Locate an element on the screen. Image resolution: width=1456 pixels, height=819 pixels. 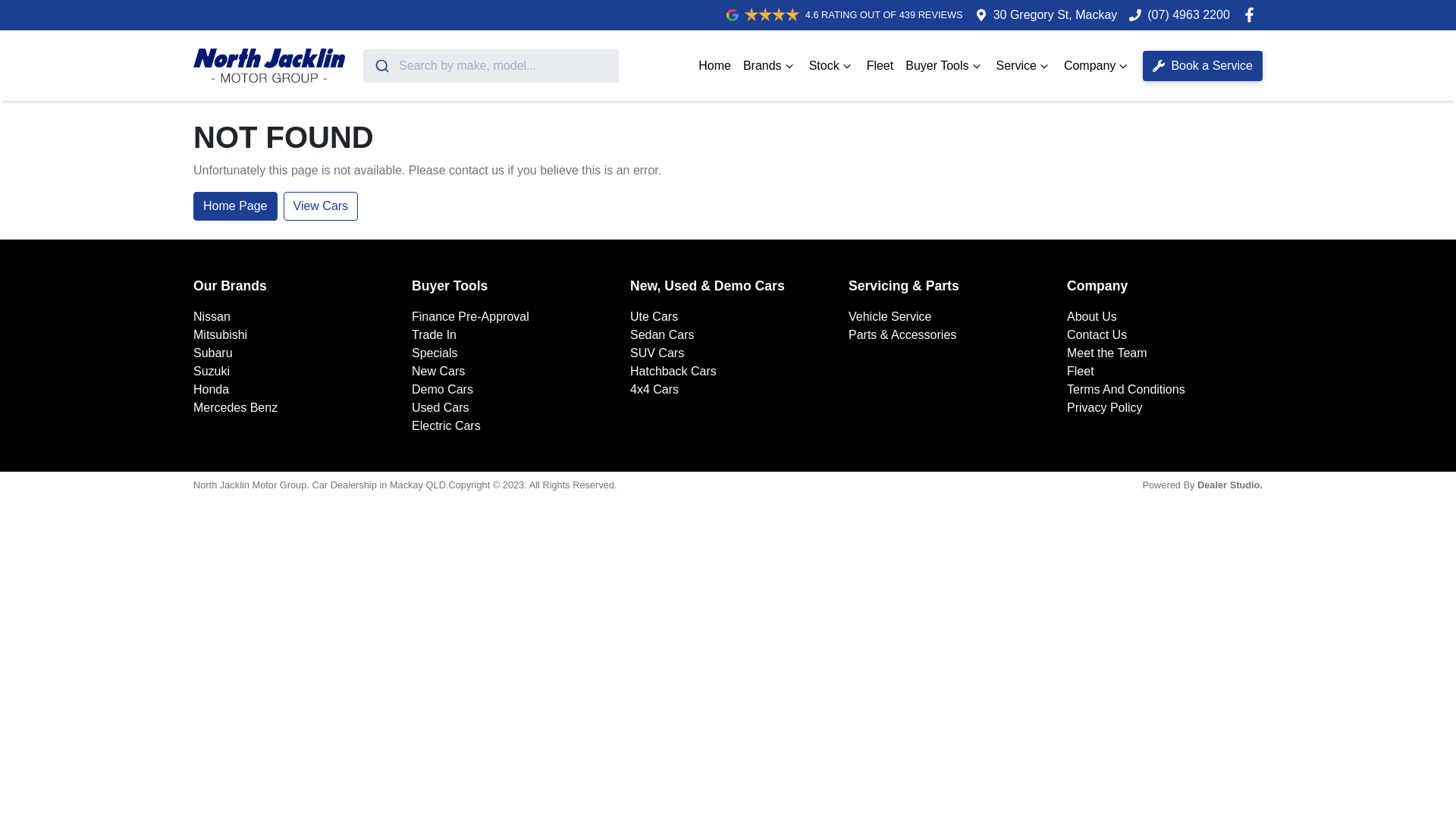
'Ute Cars' is located at coordinates (629, 315).